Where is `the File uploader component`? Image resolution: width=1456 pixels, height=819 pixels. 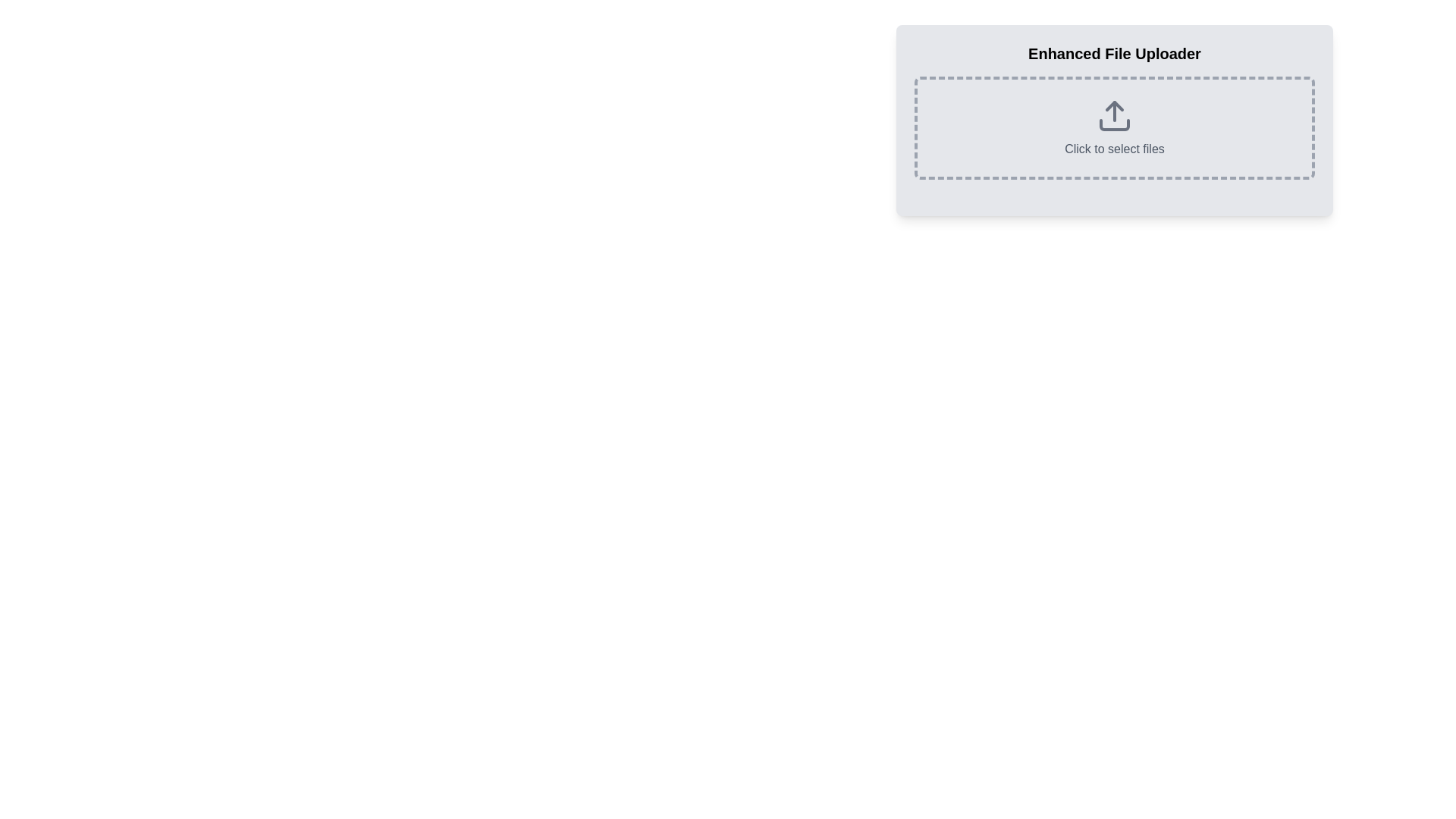 the File uploader component is located at coordinates (1114, 119).